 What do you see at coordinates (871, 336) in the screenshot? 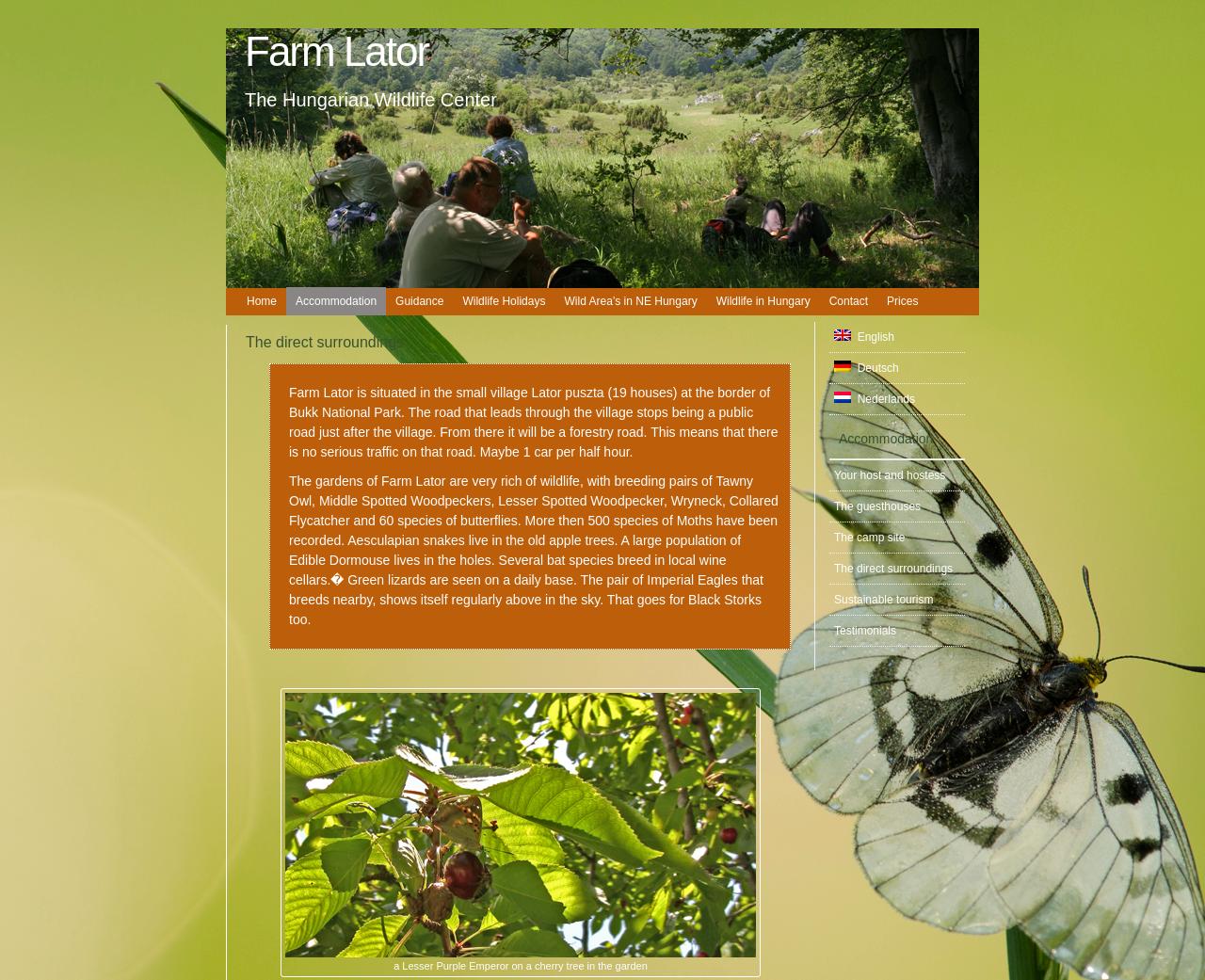
I see `'English'` at bounding box center [871, 336].